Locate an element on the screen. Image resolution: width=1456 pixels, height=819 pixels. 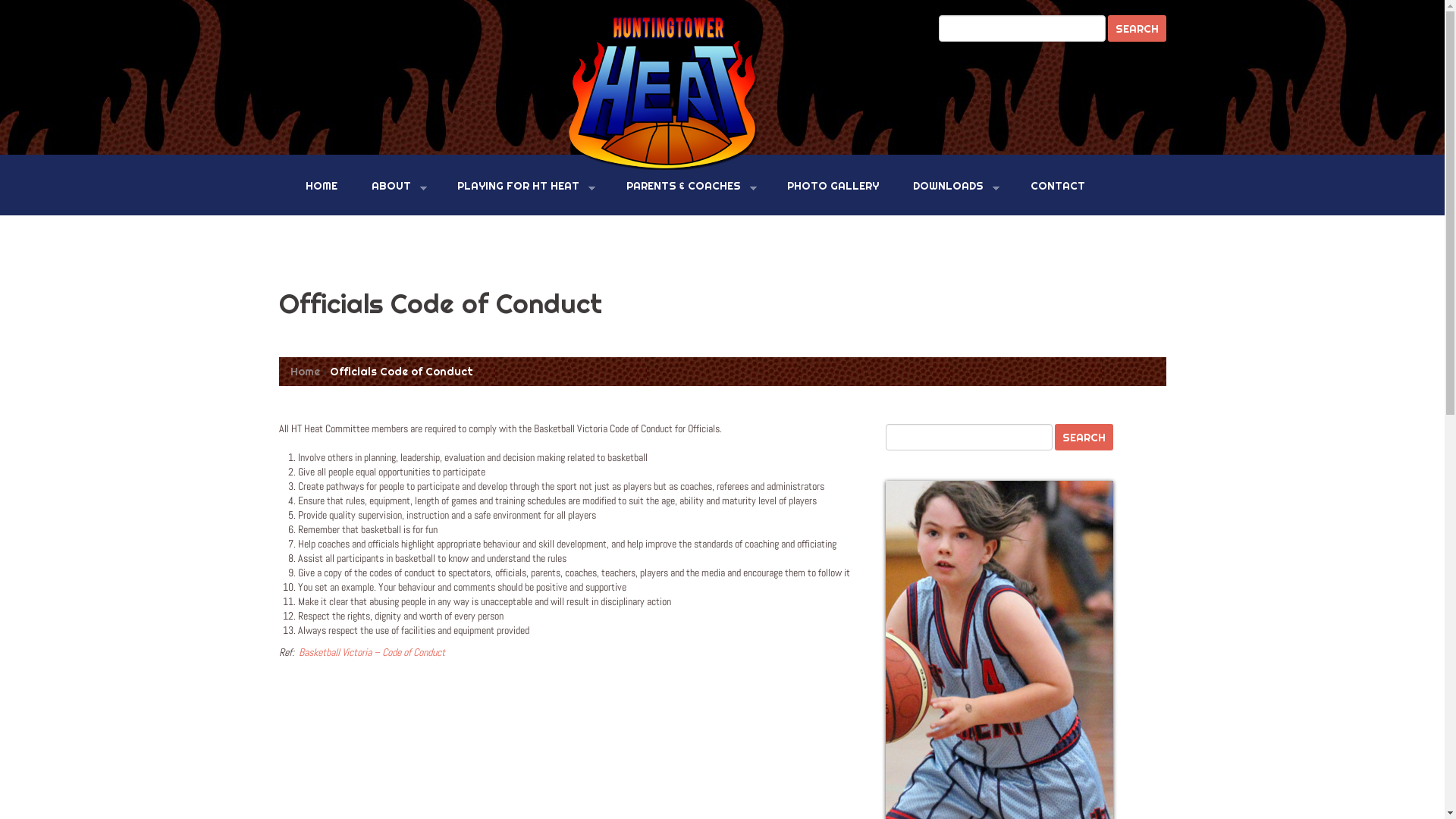
'Home' is located at coordinates (303, 371).